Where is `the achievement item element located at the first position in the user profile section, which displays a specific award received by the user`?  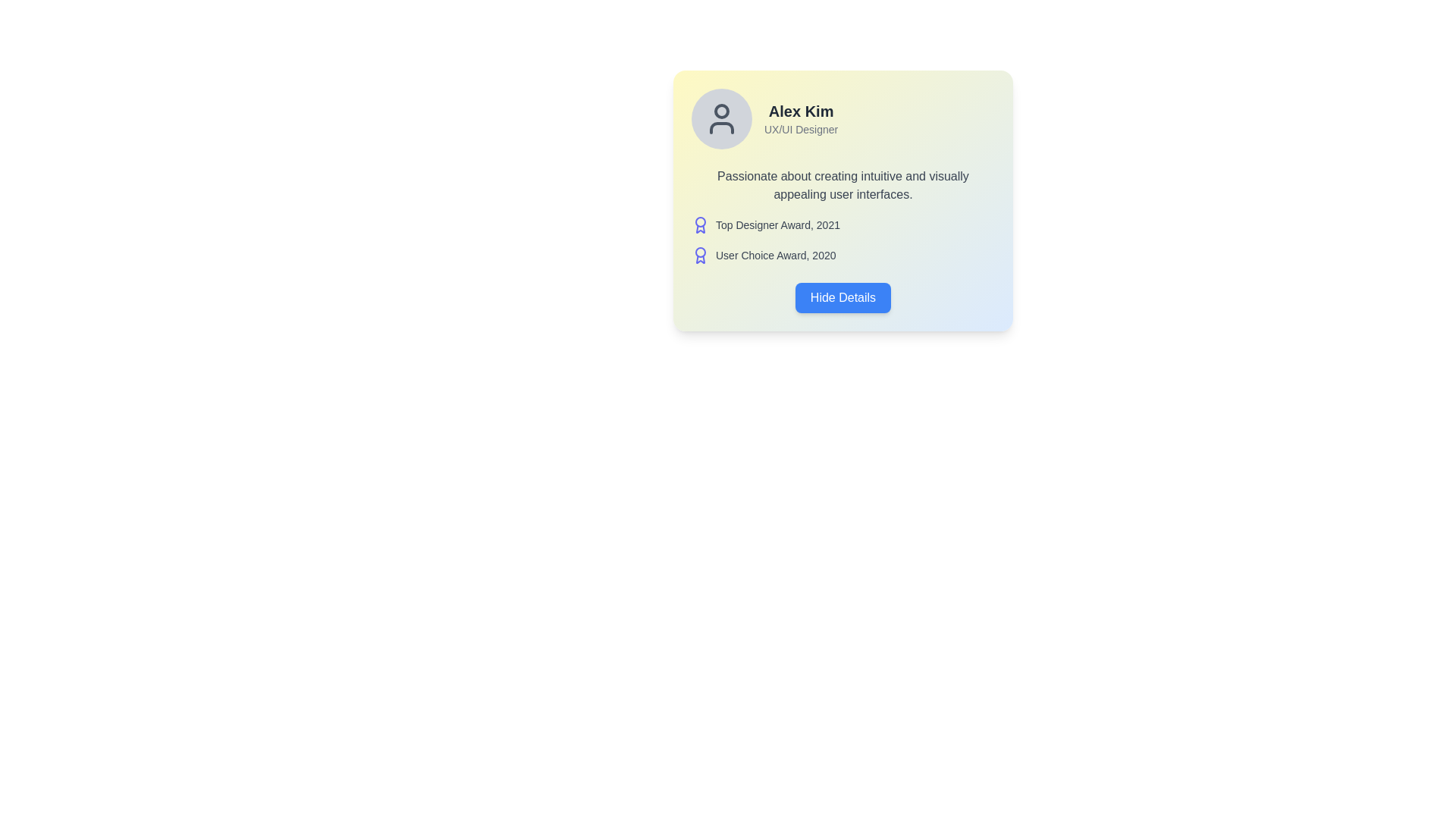 the achievement item element located at the first position in the user profile section, which displays a specific award received by the user is located at coordinates (843, 225).